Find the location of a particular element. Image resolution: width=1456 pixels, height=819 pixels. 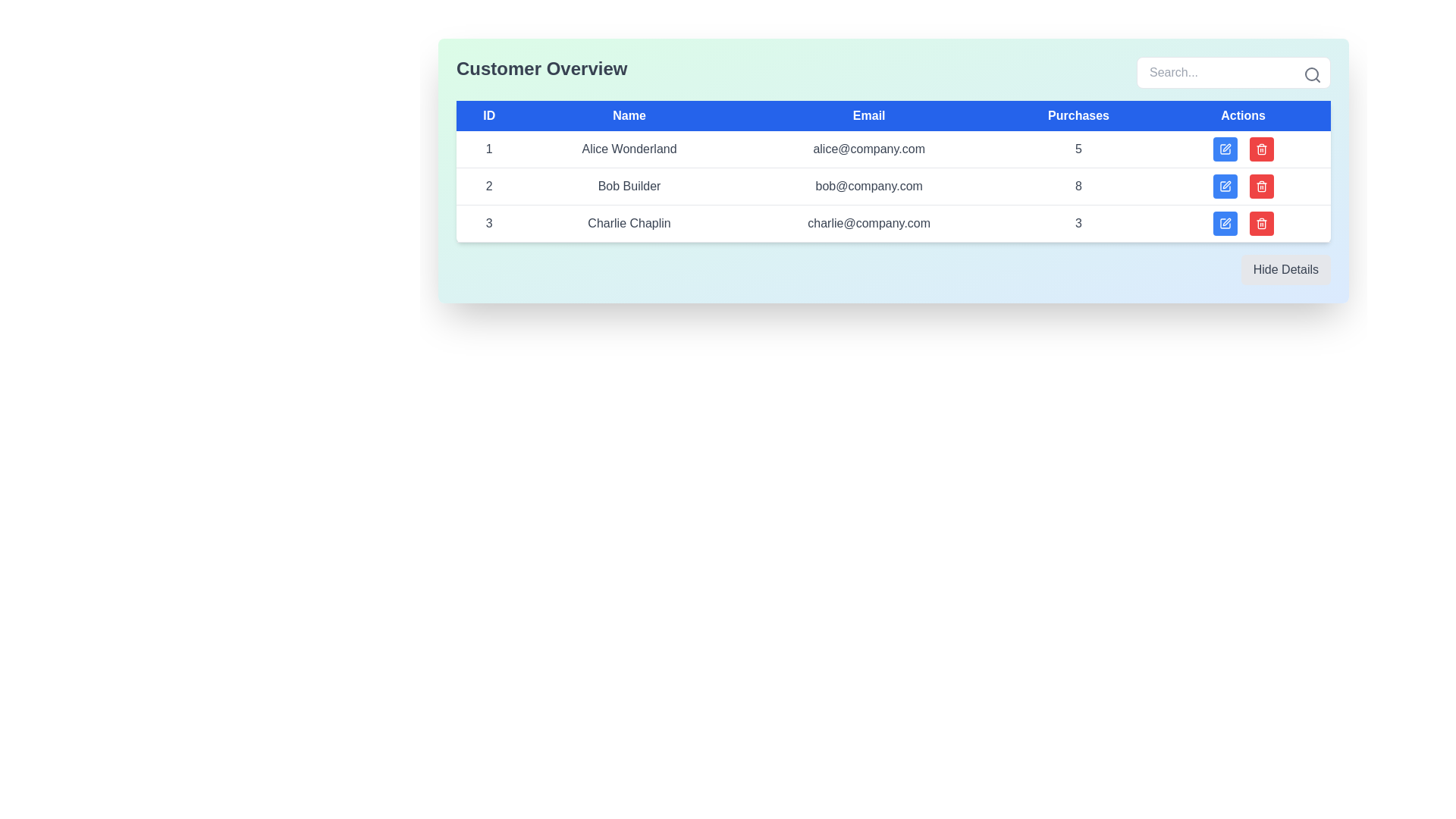

the red rectangular button with a trash icon, which is the second button in the 'Actions' column of Bob Builder's information row, to observe any visual changes like color darkening is located at coordinates (1261, 149).